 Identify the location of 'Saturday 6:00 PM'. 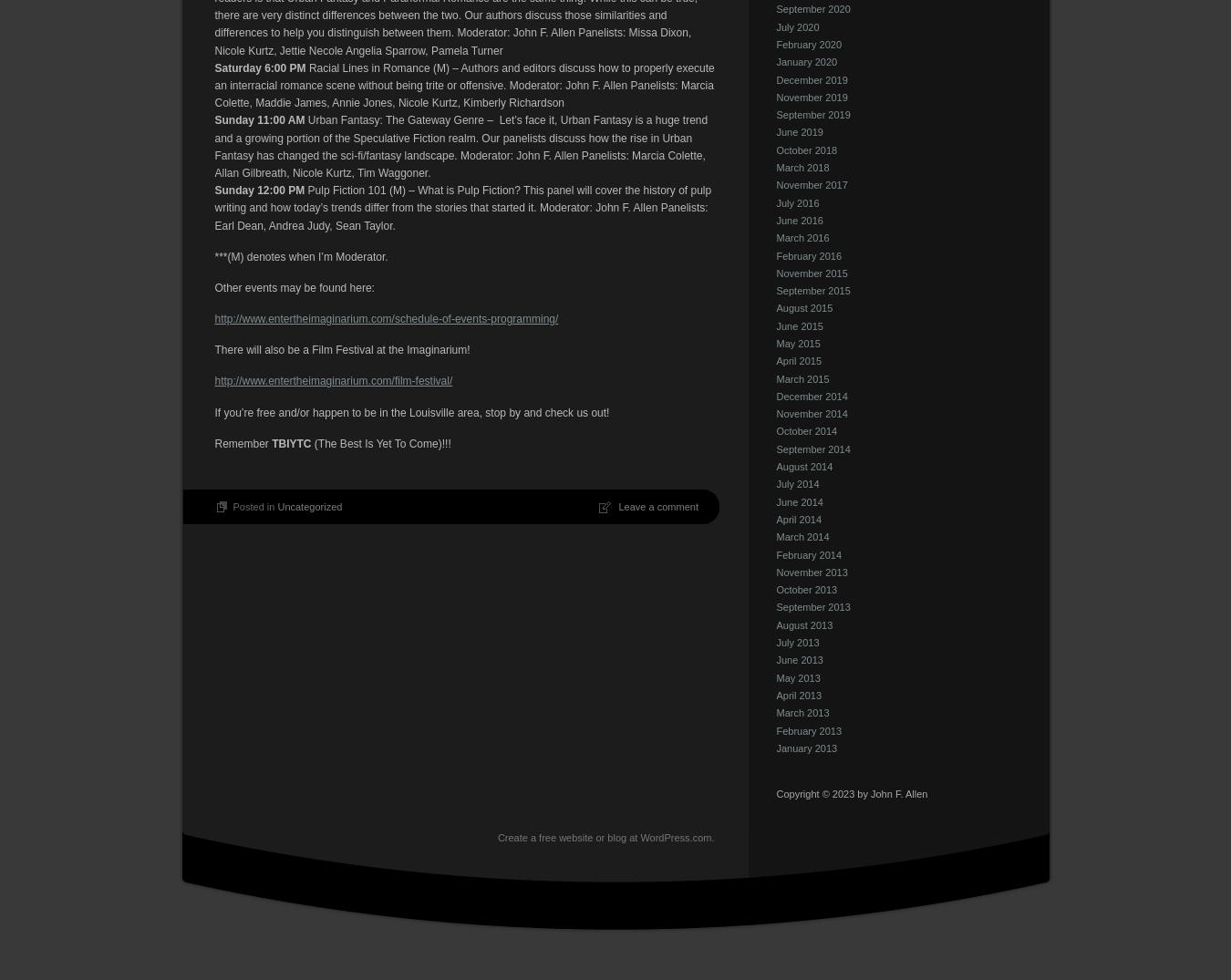
(258, 67).